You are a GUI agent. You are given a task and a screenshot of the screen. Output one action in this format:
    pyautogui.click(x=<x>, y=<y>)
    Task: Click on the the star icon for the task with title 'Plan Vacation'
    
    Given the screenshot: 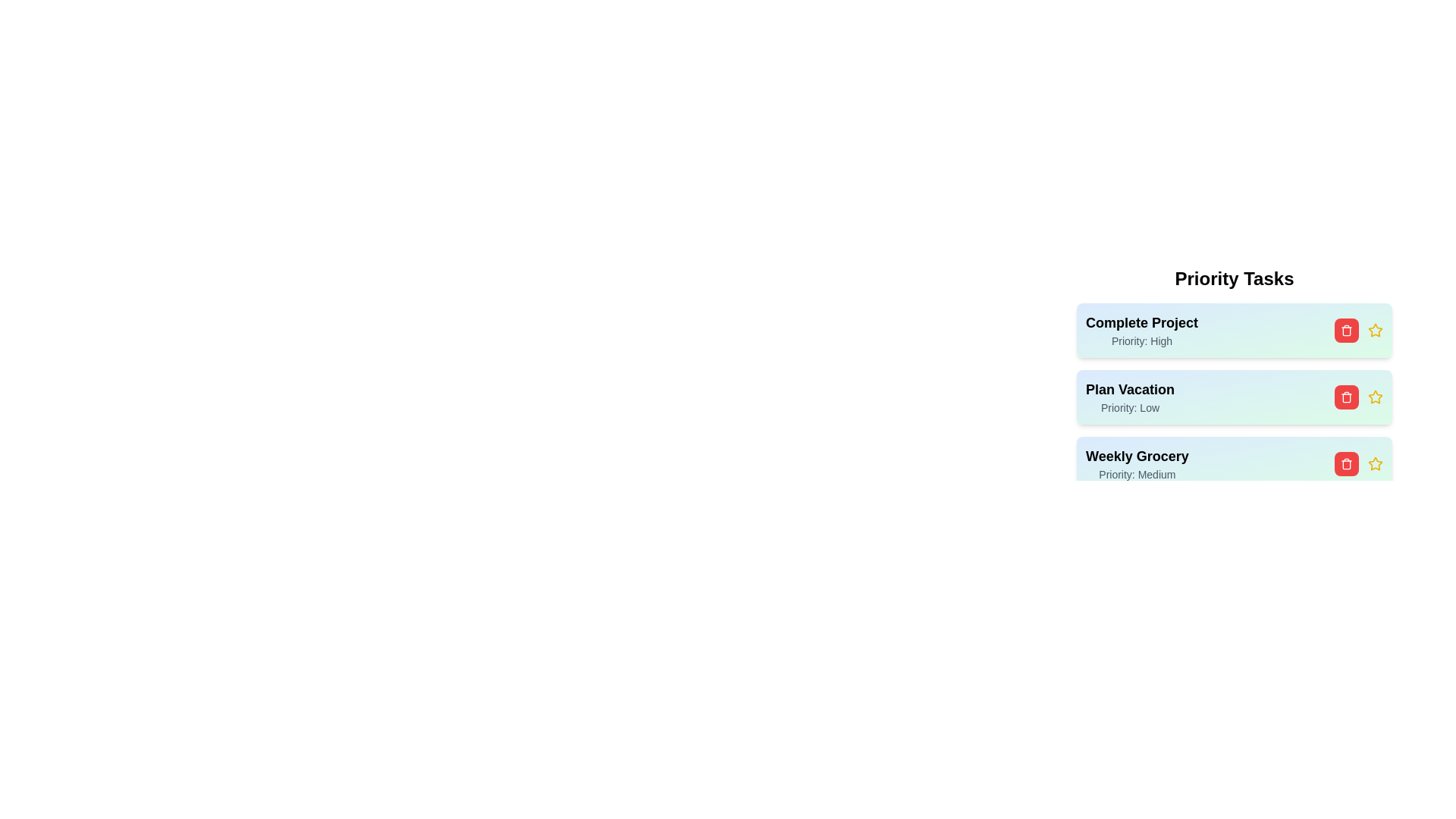 What is the action you would take?
    pyautogui.click(x=1376, y=397)
    